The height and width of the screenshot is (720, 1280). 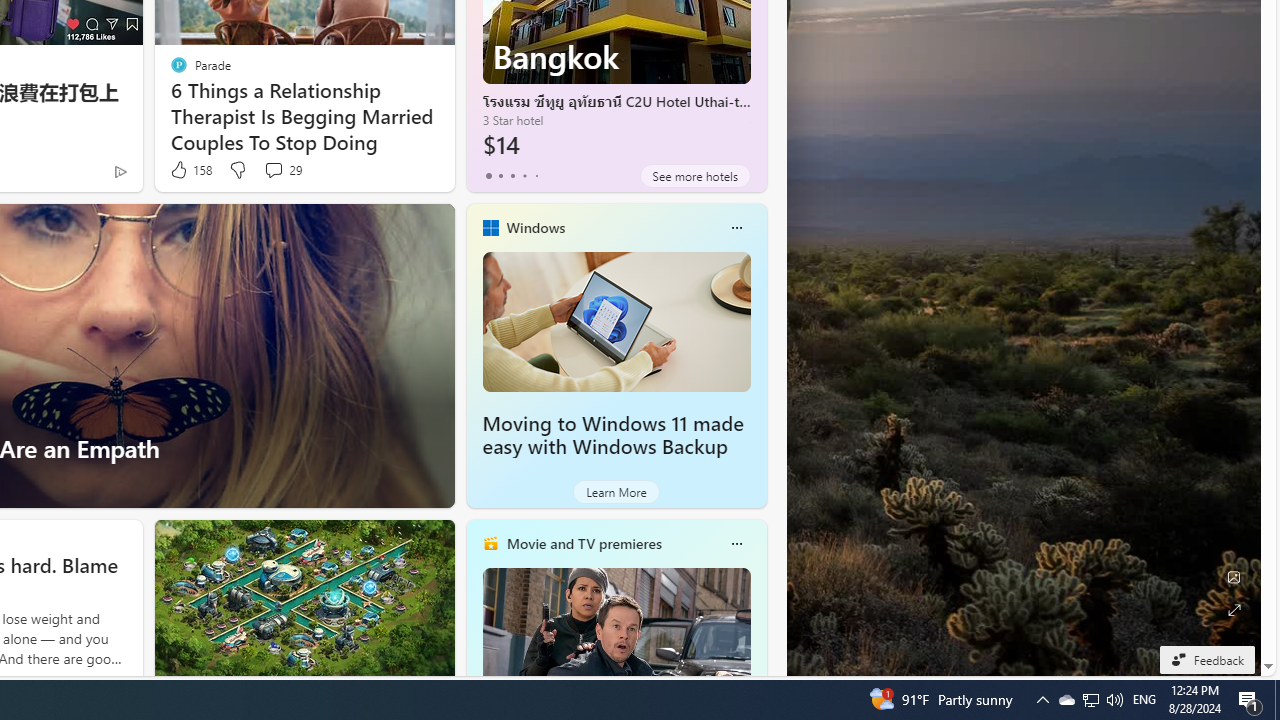 I want to click on 'Class: icon-img', so click(x=735, y=543).